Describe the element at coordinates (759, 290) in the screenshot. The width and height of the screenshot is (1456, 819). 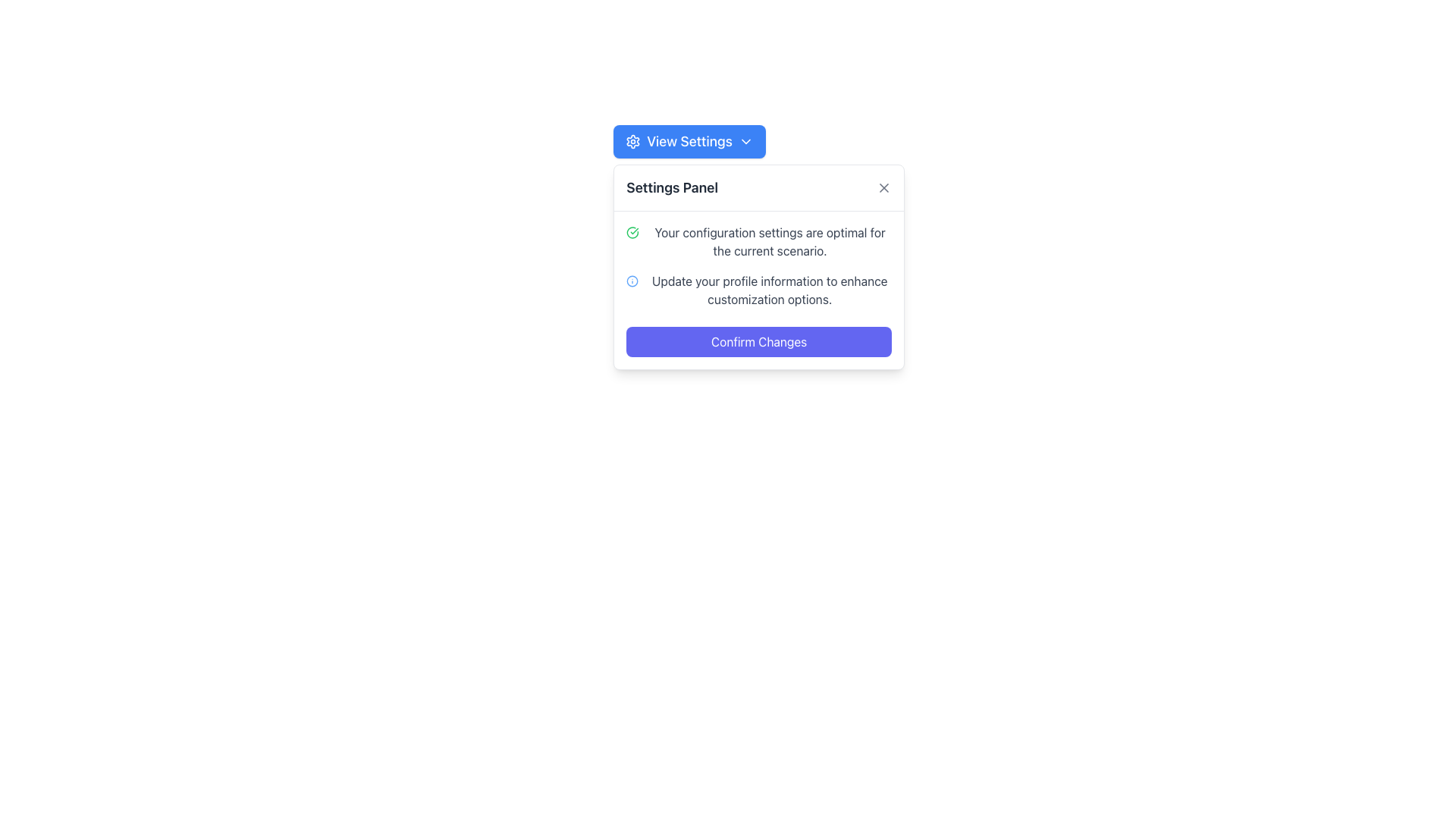
I see `the Informational Message containing the blue circular information icon and the text 'Update your profile information to enhance customization options.' located between 'Your configuration settings are optimal for the current scenario.' and the 'Confirm Changes' button` at that location.